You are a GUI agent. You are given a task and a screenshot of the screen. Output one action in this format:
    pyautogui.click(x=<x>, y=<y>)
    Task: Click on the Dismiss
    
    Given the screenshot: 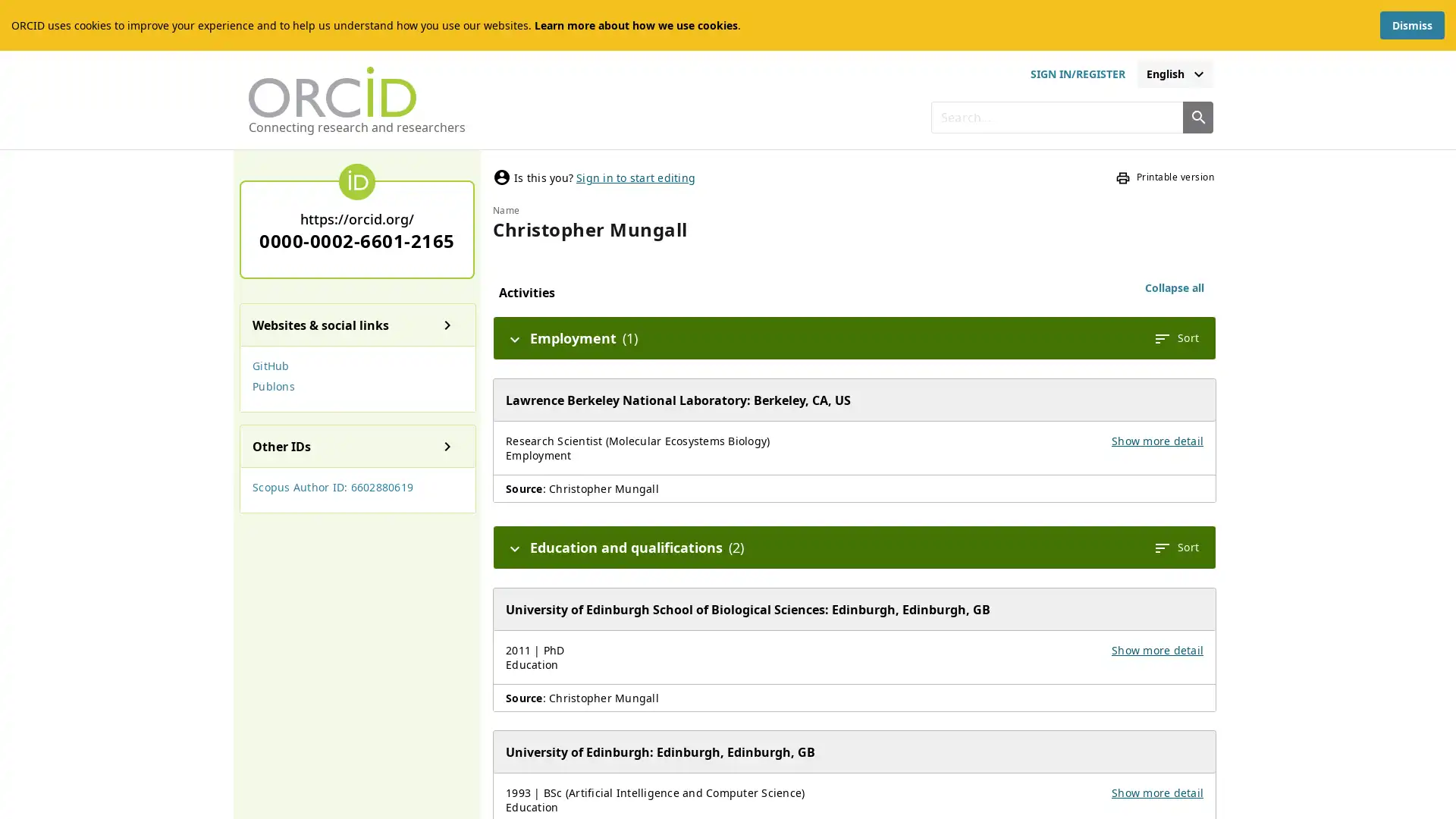 What is the action you would take?
    pyautogui.click(x=1411, y=25)
    